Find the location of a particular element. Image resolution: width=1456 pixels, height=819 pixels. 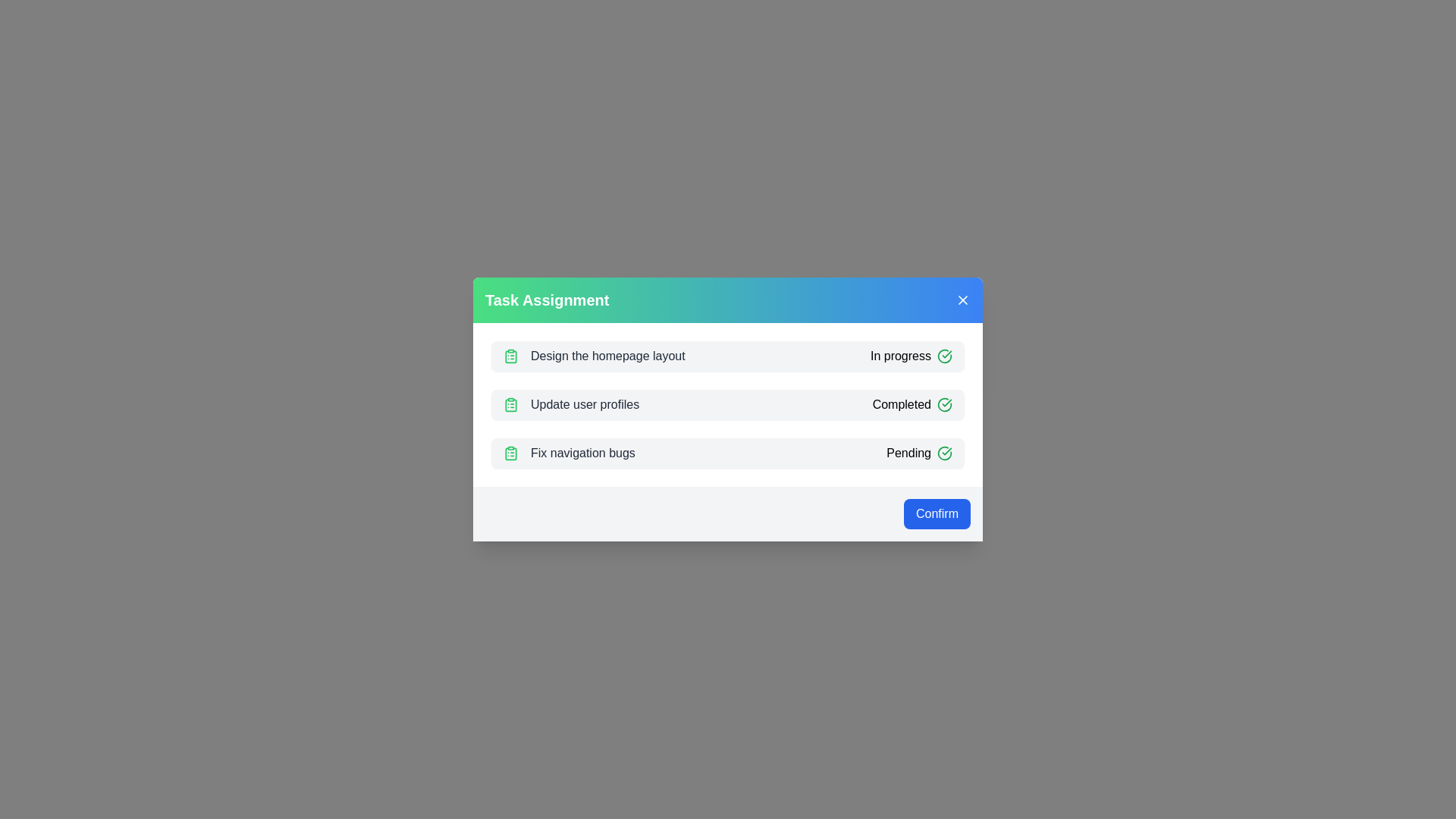

the task description text labeled 'Design the homepage layout', which is the first task item in a vertical list of tasks near a green clipboard icon is located at coordinates (593, 356).